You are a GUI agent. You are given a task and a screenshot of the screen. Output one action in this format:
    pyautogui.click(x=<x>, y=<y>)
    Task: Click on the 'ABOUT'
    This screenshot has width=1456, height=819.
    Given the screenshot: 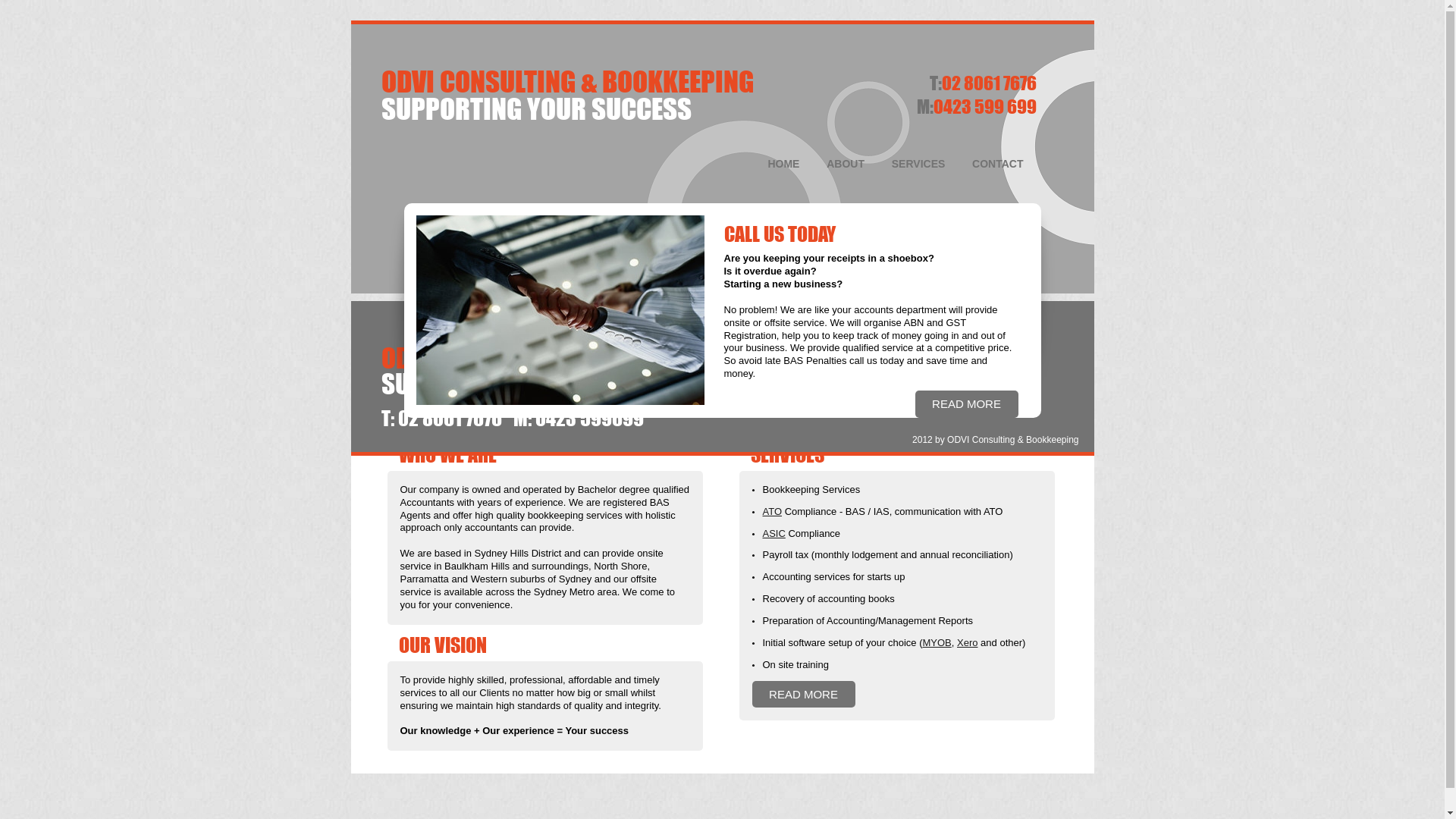 What is the action you would take?
    pyautogui.click(x=845, y=325)
    